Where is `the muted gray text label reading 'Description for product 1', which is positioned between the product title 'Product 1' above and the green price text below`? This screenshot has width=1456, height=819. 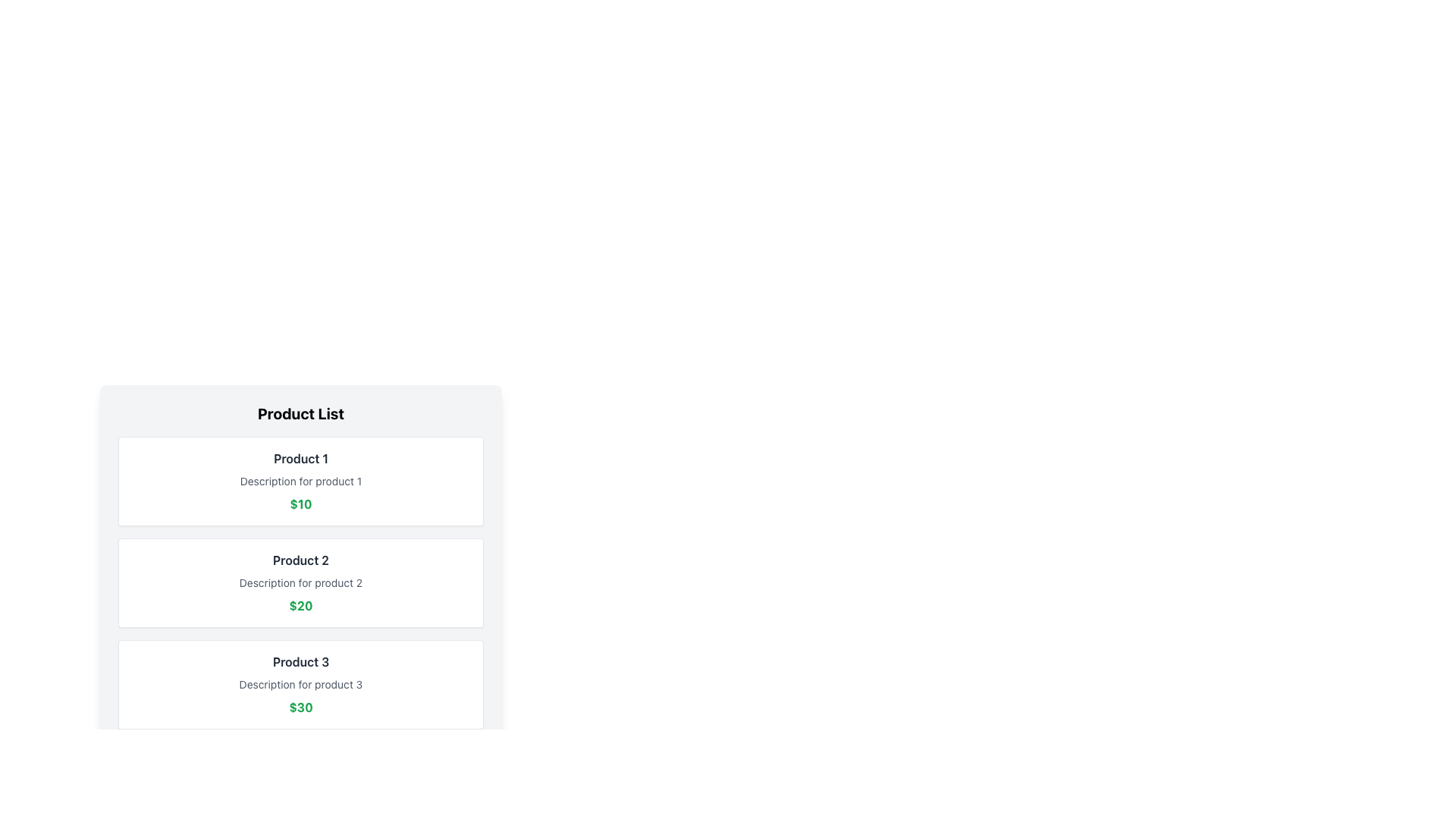
the muted gray text label reading 'Description for product 1', which is positioned between the product title 'Product 1' above and the green price text below is located at coordinates (301, 482).